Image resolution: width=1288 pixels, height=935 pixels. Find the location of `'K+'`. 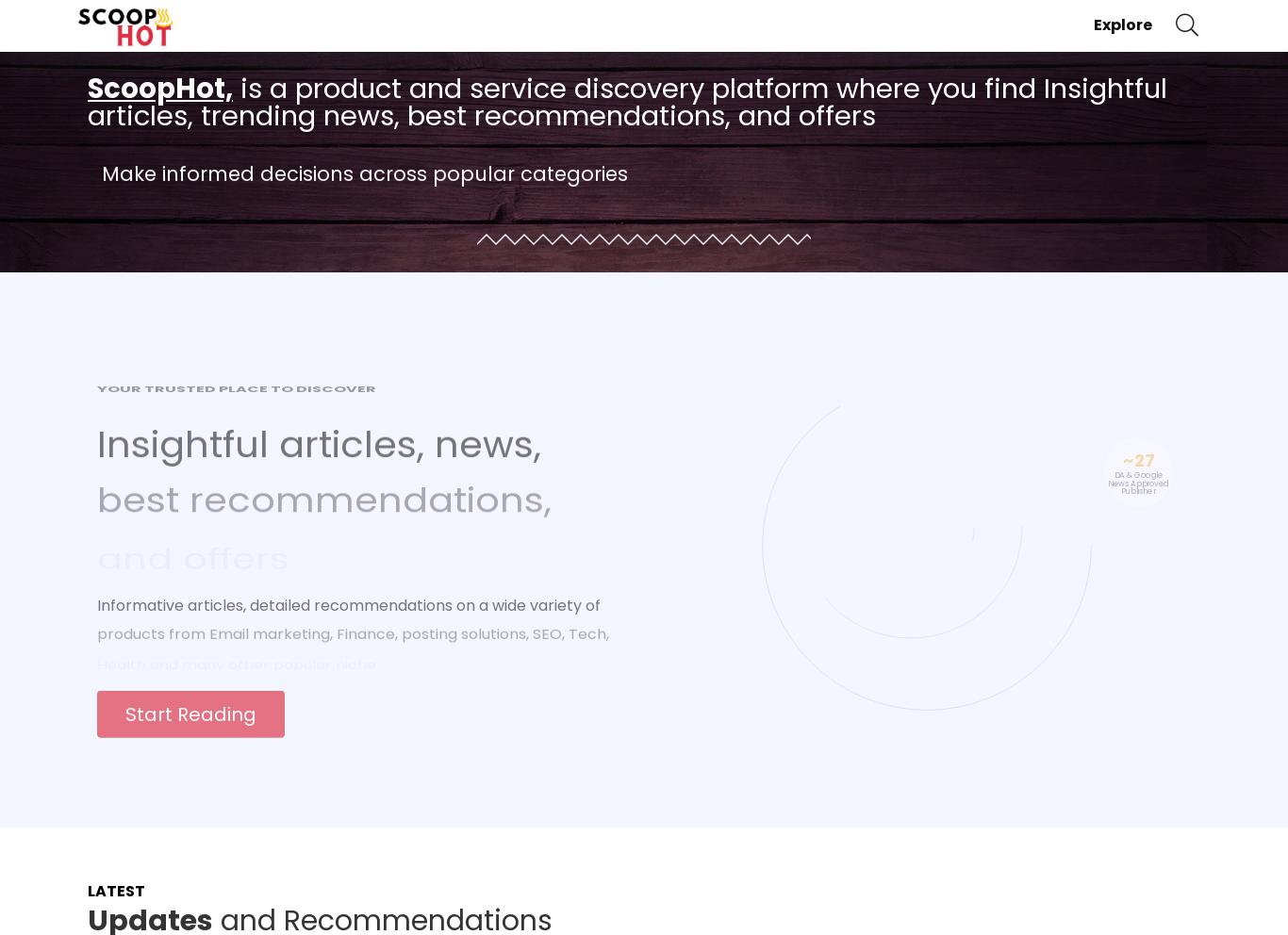

'K+' is located at coordinates (955, 339).